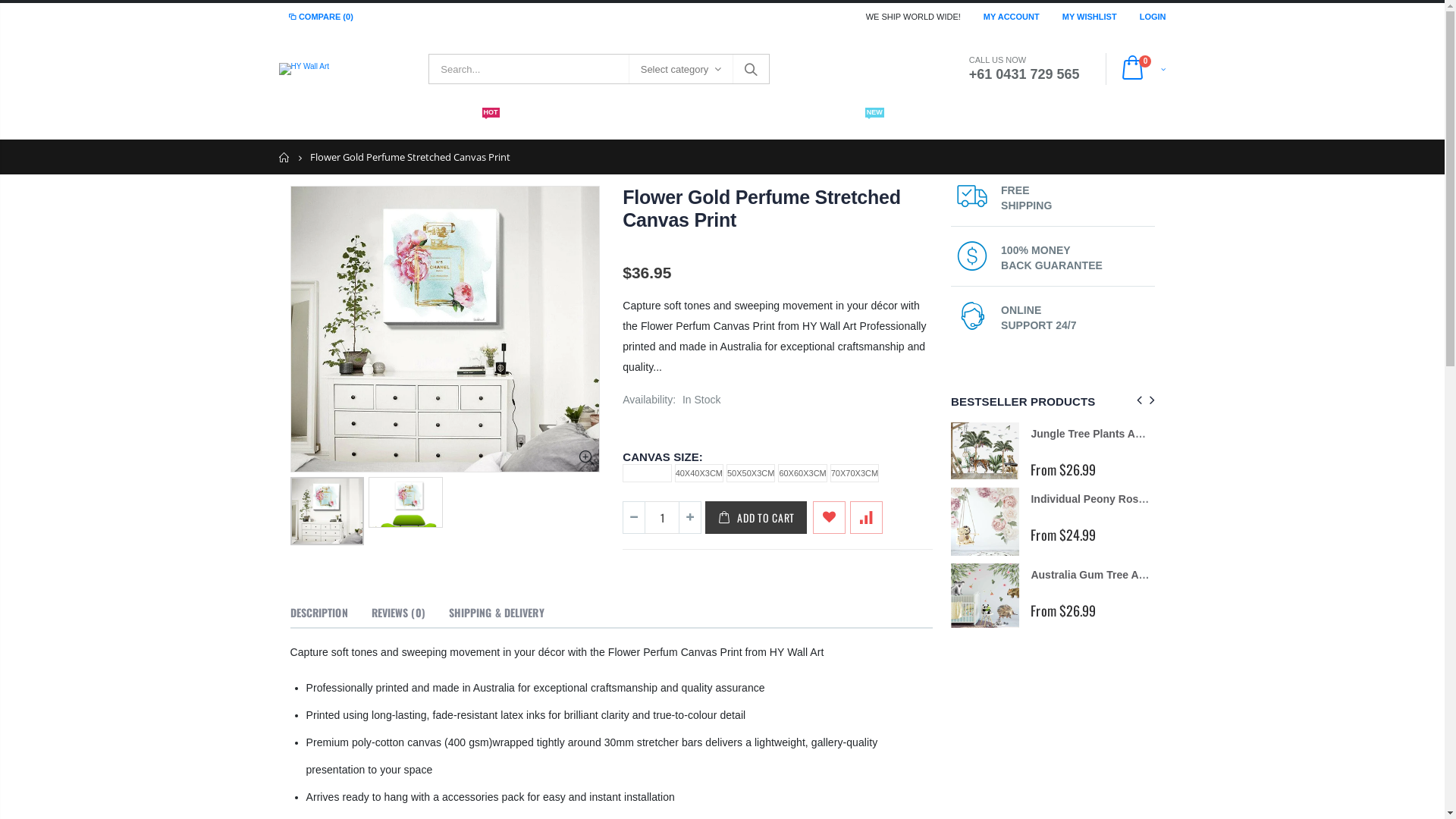  I want to click on 'CONTACT US', so click(938, 122).